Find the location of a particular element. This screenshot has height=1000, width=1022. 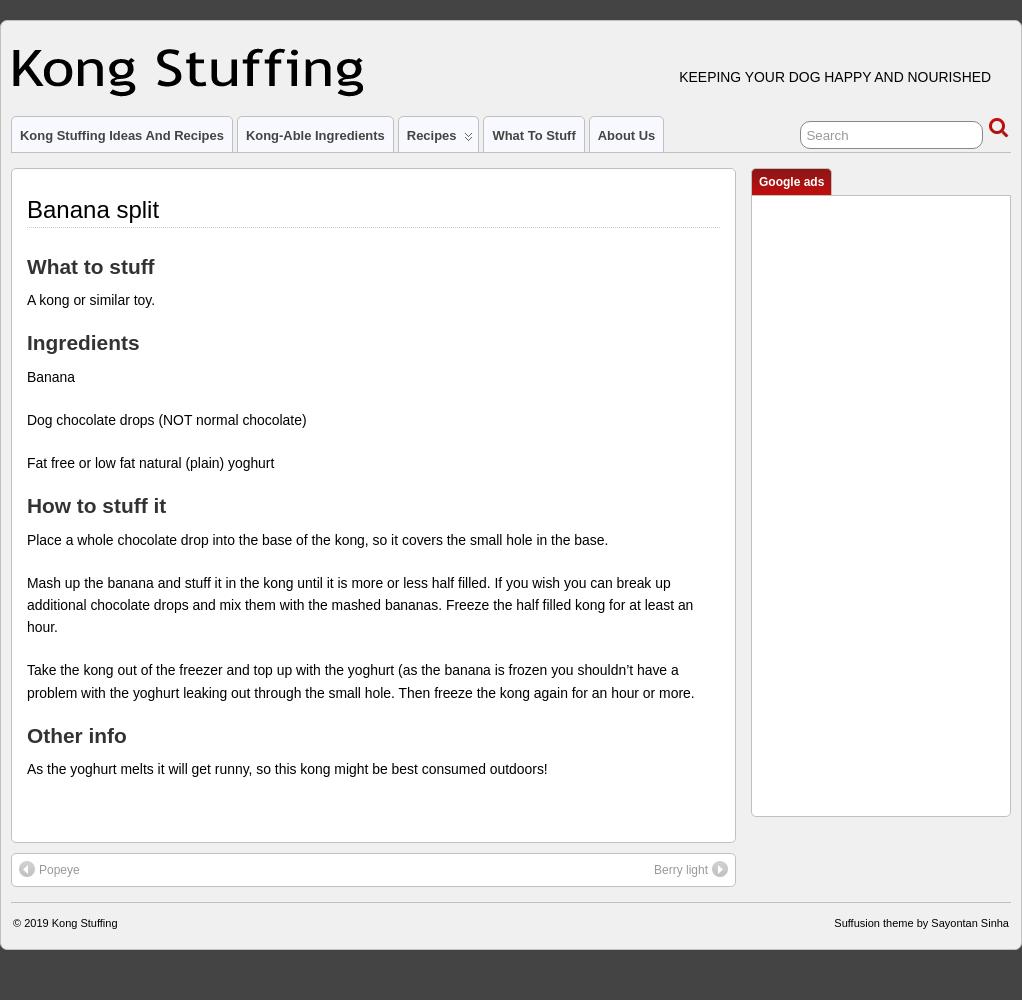

'Fat free or low fat natural (plain) yoghurt' is located at coordinates (149, 462).